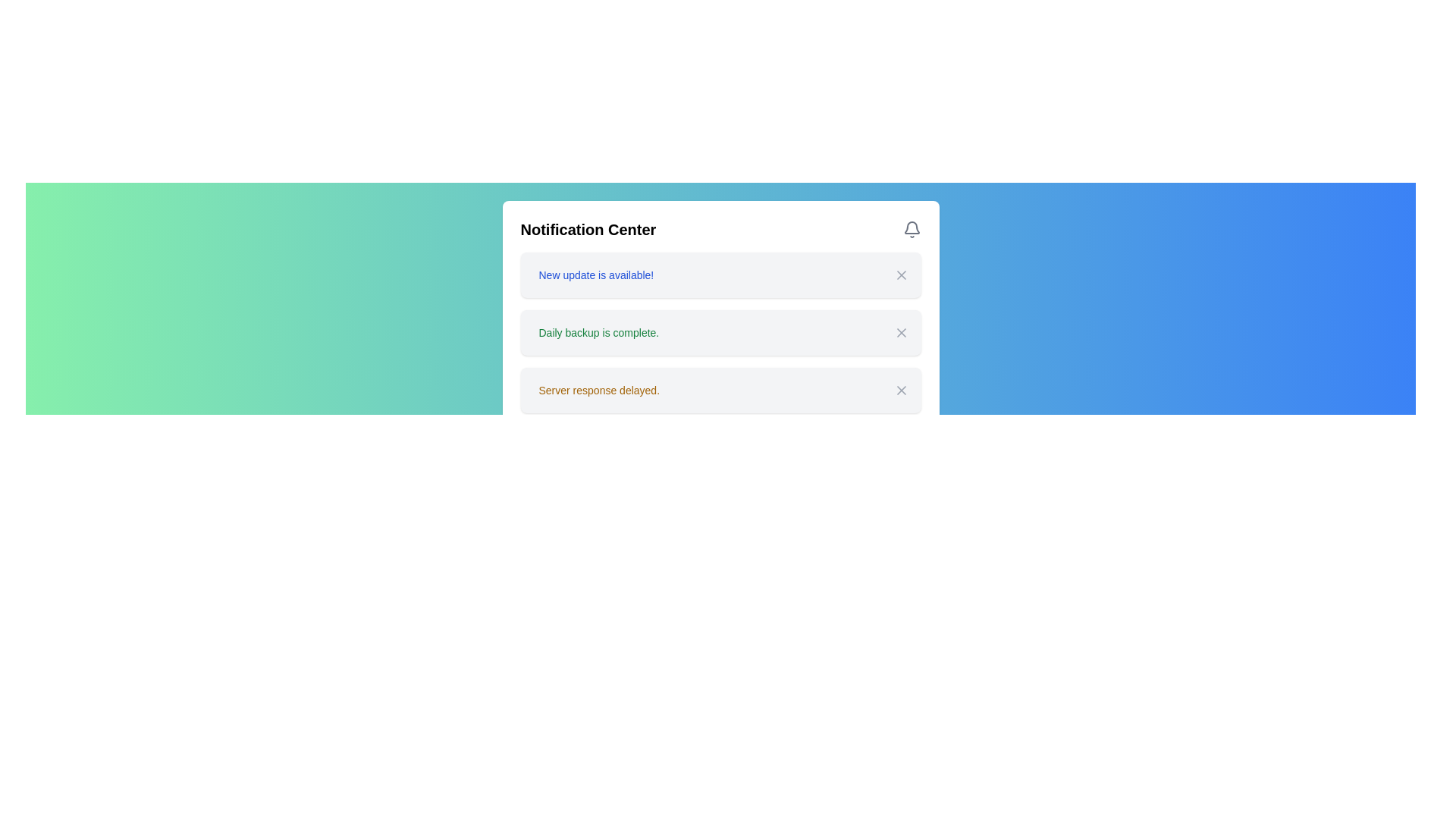 The height and width of the screenshot is (819, 1456). What do you see at coordinates (901, 390) in the screenshot?
I see `the Close Button icon located to the right of the 'Server response delayed.' notification` at bounding box center [901, 390].